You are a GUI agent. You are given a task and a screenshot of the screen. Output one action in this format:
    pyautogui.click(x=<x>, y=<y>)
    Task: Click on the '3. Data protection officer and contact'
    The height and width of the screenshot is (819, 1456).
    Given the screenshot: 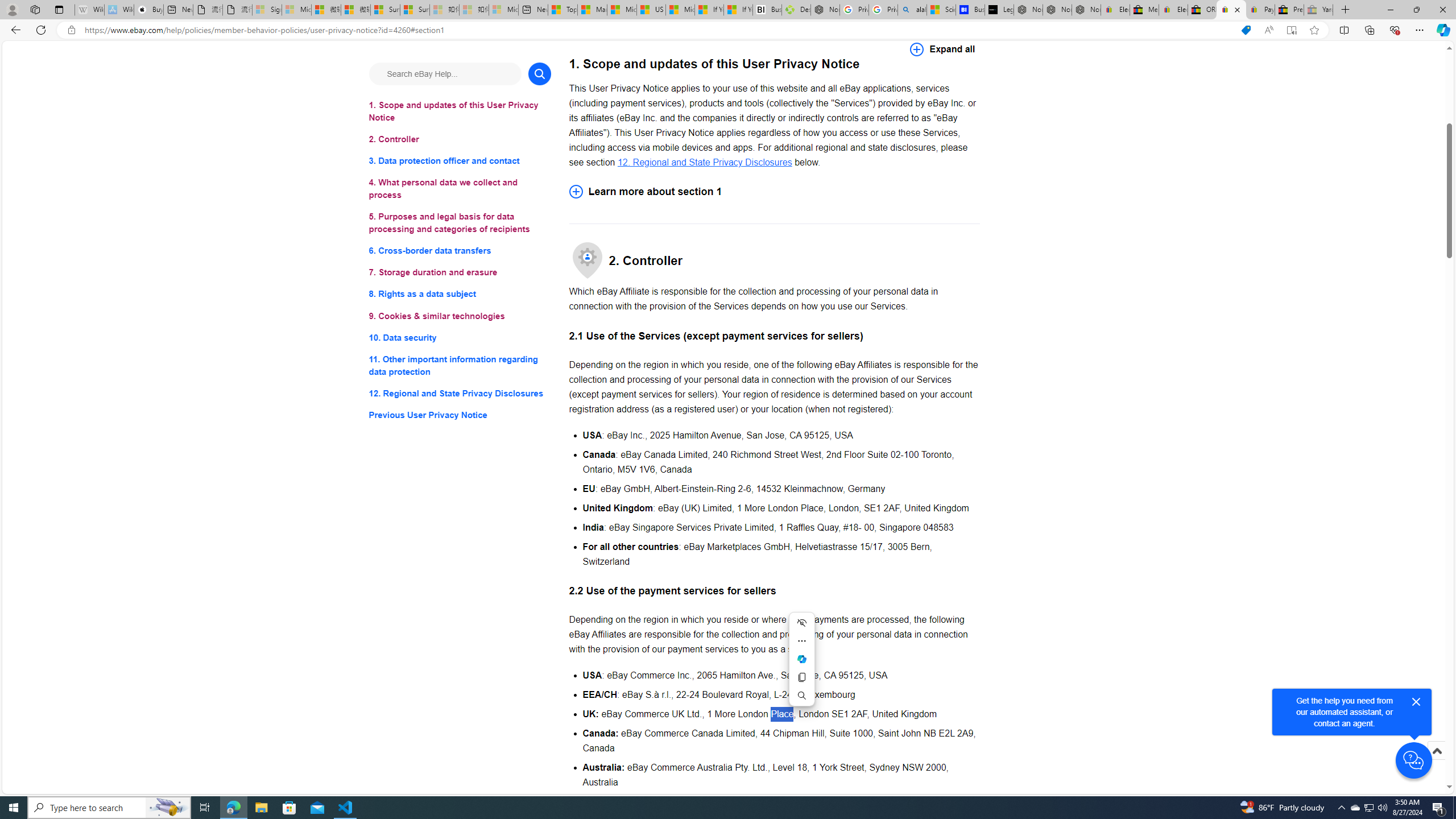 What is the action you would take?
    pyautogui.click(x=459, y=161)
    